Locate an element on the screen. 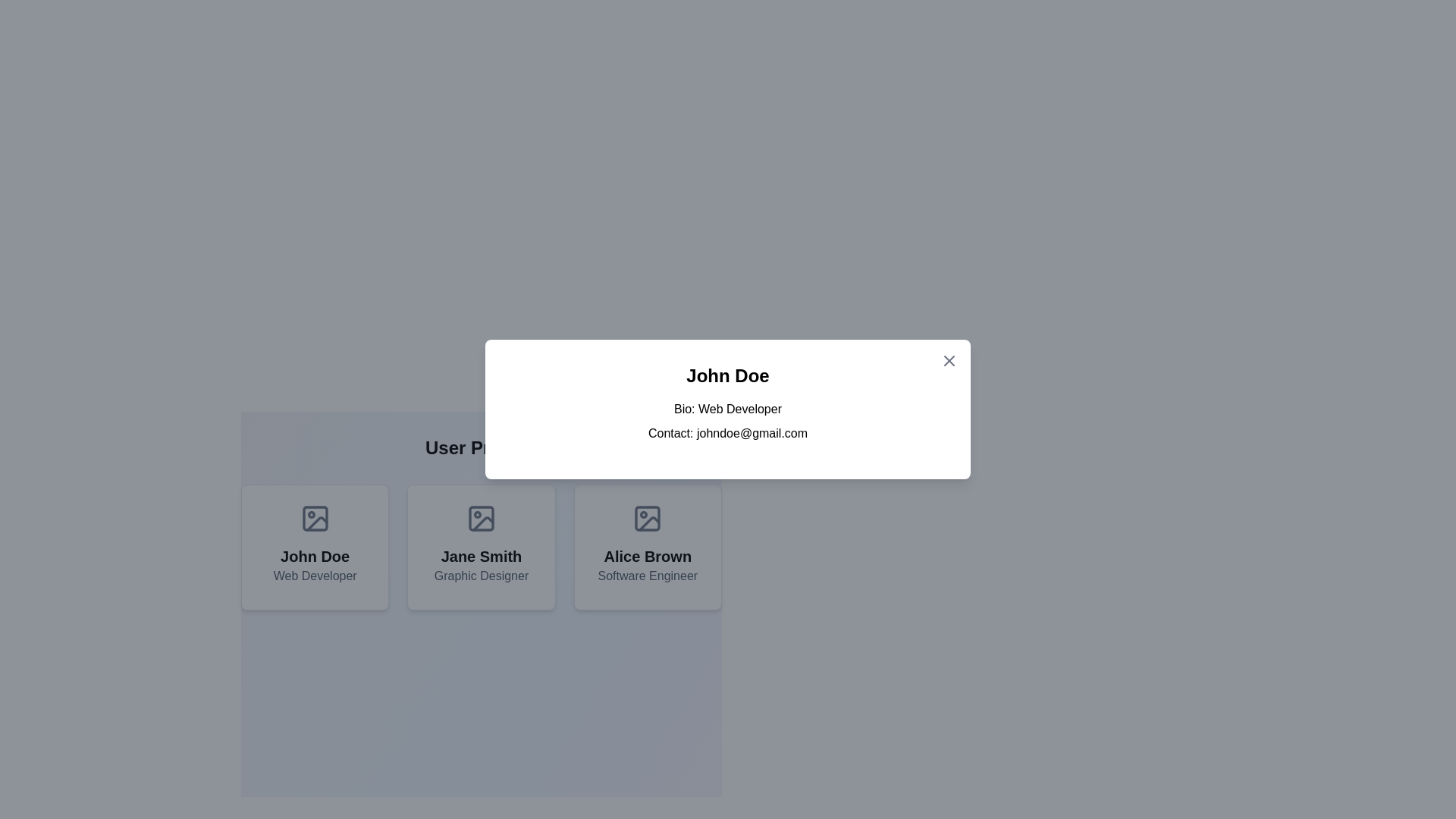  the graphical icon located at the top section of the card for 'Alice Brown', which serves as a placeholder for her profile picture is located at coordinates (648, 517).